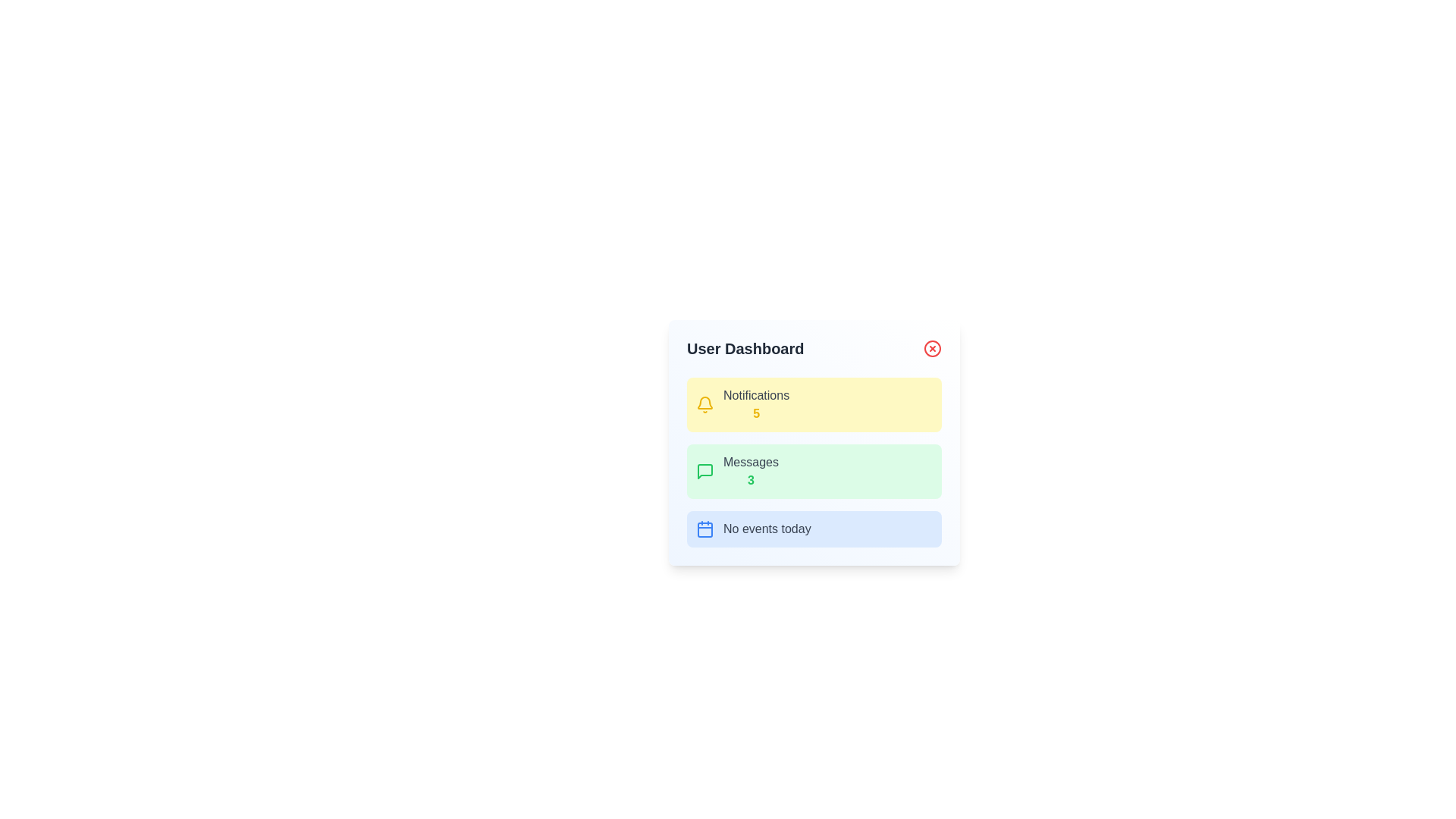  Describe the element at coordinates (751, 470) in the screenshot. I see `the informational text element displaying 'Messages' with a numeric count of '3' in the User Dashboard's second card` at that location.